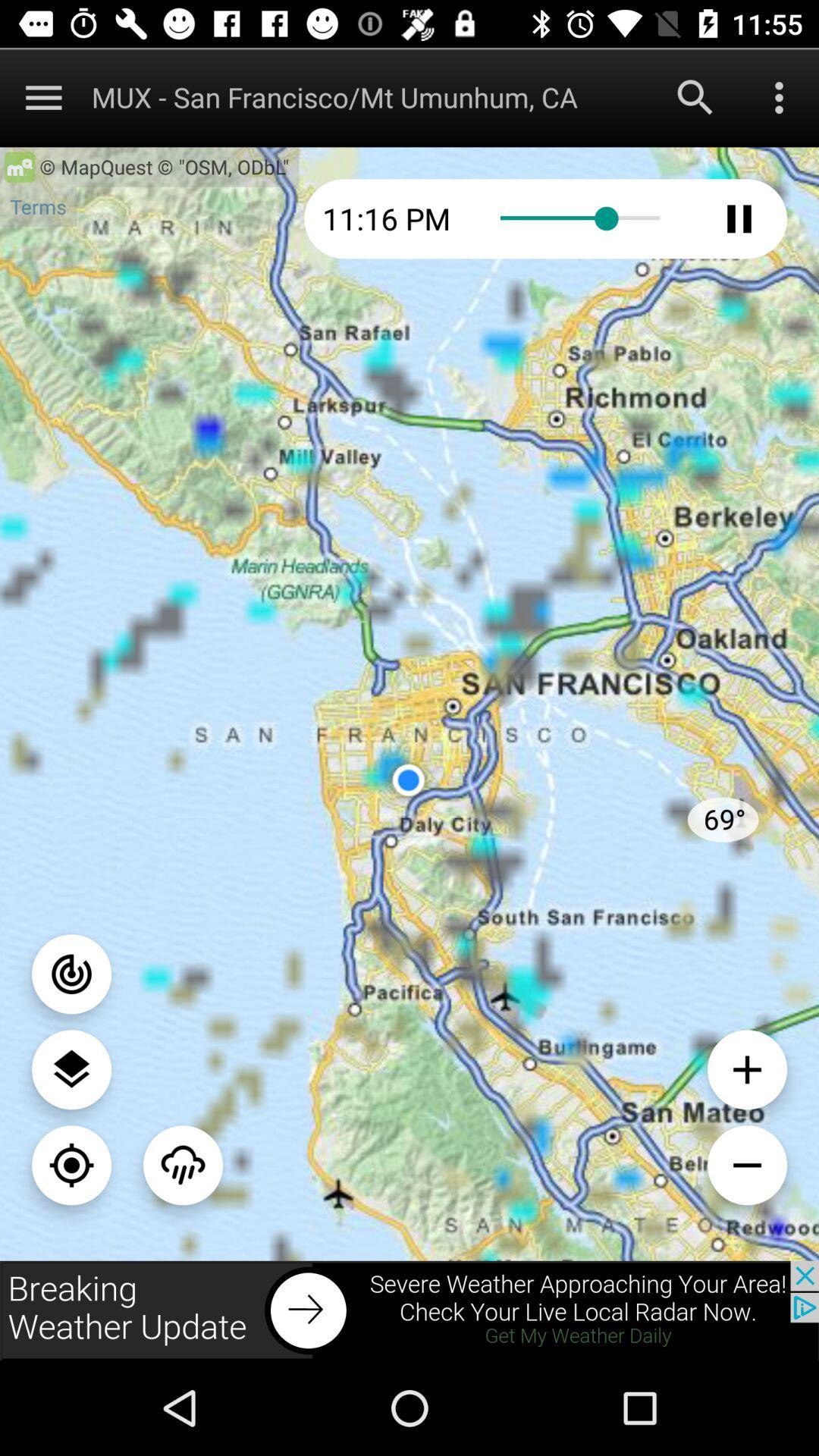 Image resolution: width=819 pixels, height=1456 pixels. What do you see at coordinates (42, 96) in the screenshot?
I see `the menu icon` at bounding box center [42, 96].